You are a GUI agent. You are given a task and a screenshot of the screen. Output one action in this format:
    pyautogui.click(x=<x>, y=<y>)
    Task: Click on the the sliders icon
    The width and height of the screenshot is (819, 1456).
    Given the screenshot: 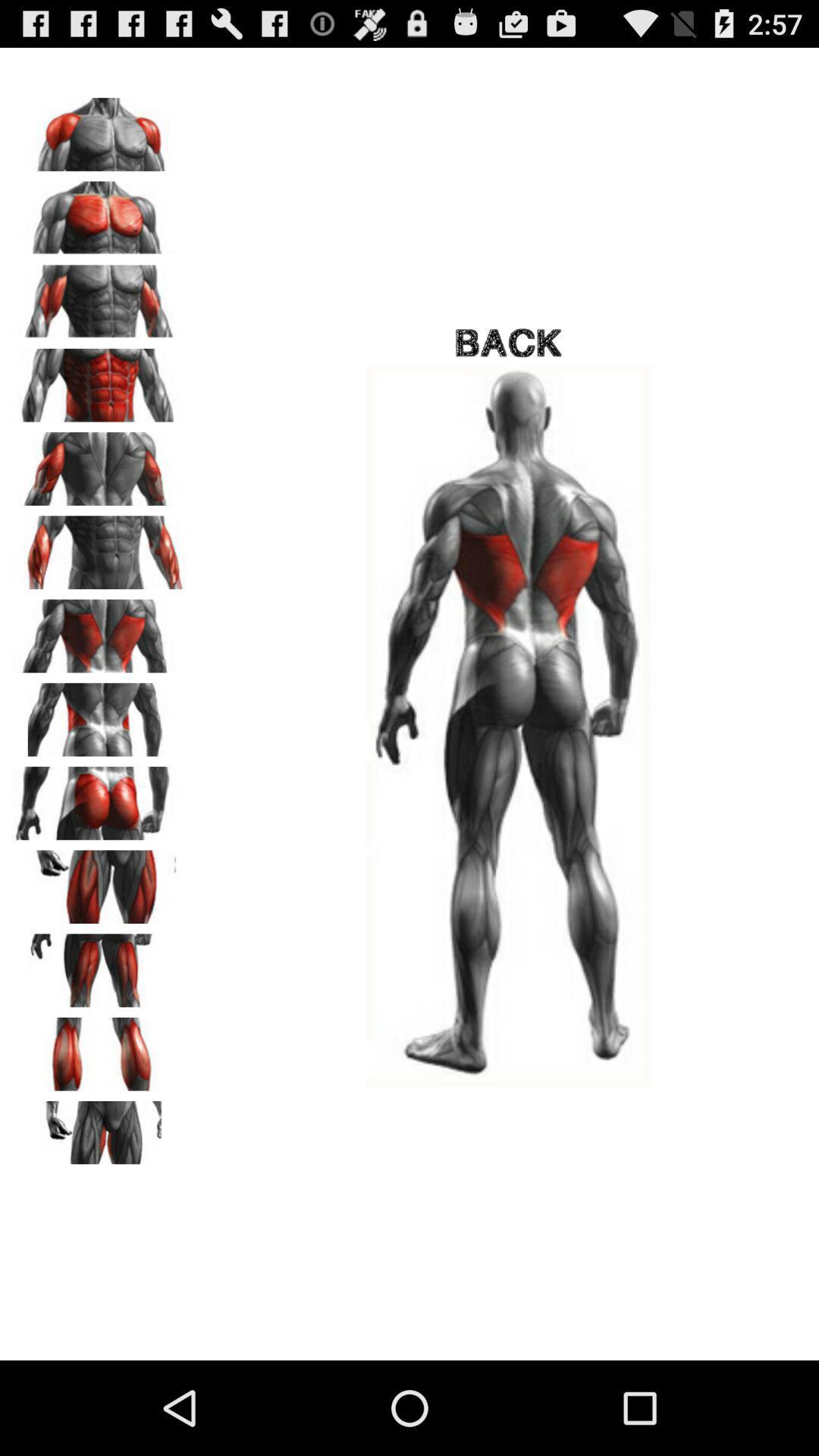 What is the action you would take?
    pyautogui.click(x=99, y=1211)
    